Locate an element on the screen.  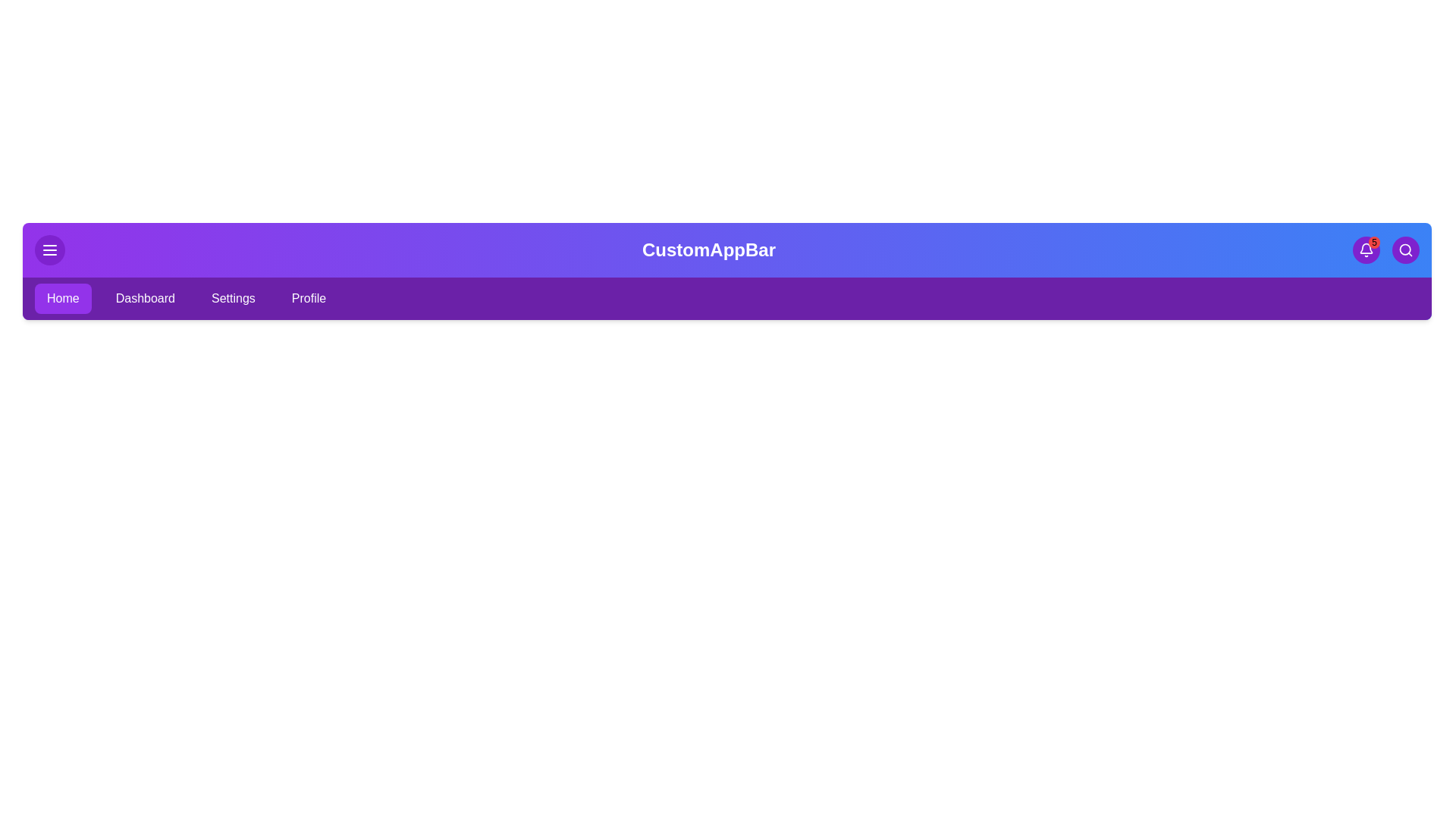
the Profile tab from the navigation bar is located at coordinates (308, 298).